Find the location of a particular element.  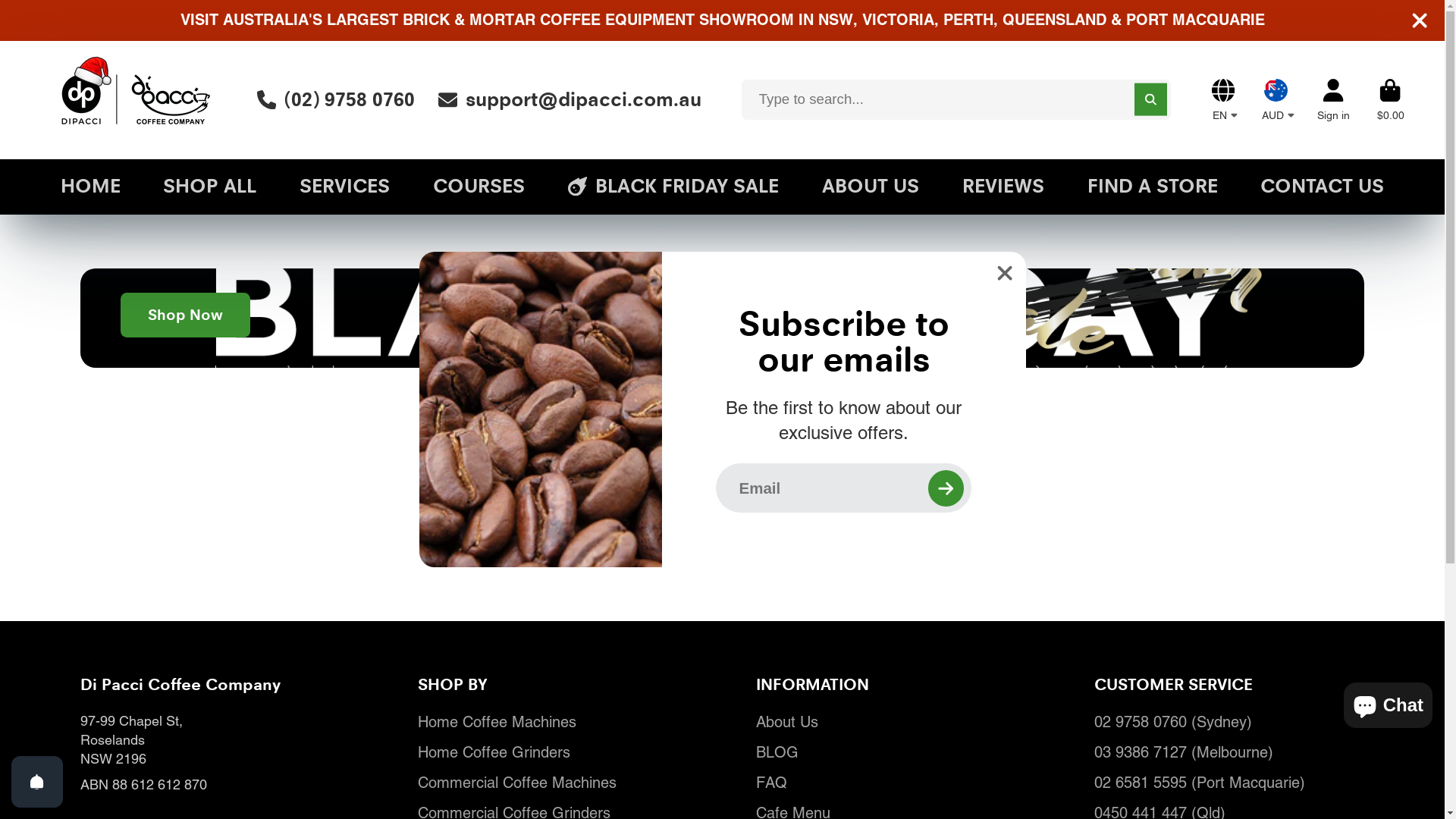

'Home Coffee Grinders' is located at coordinates (418, 752).